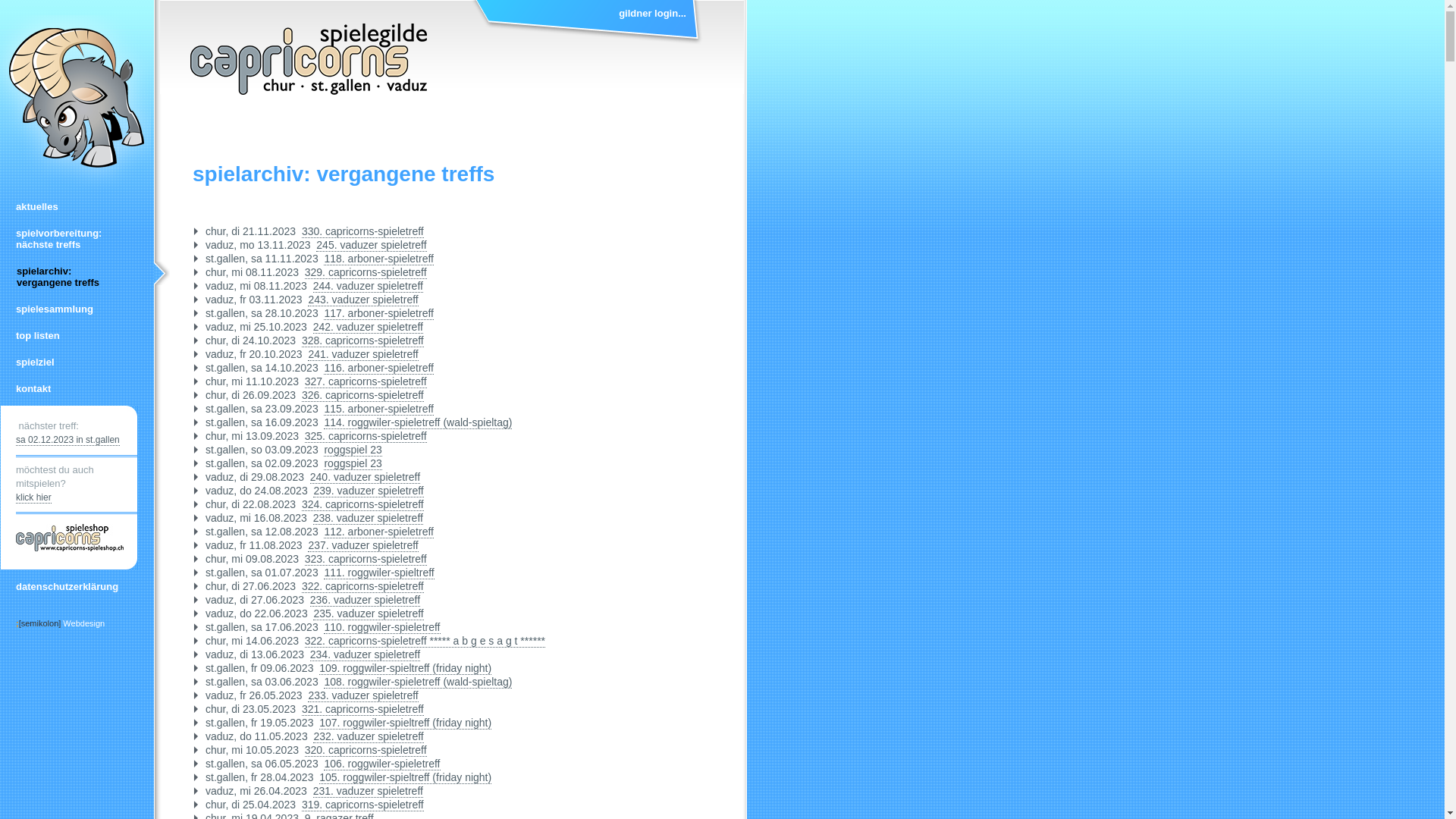  I want to click on '114. roggwiler-spieletreff (wald-spieltag)', so click(323, 422).